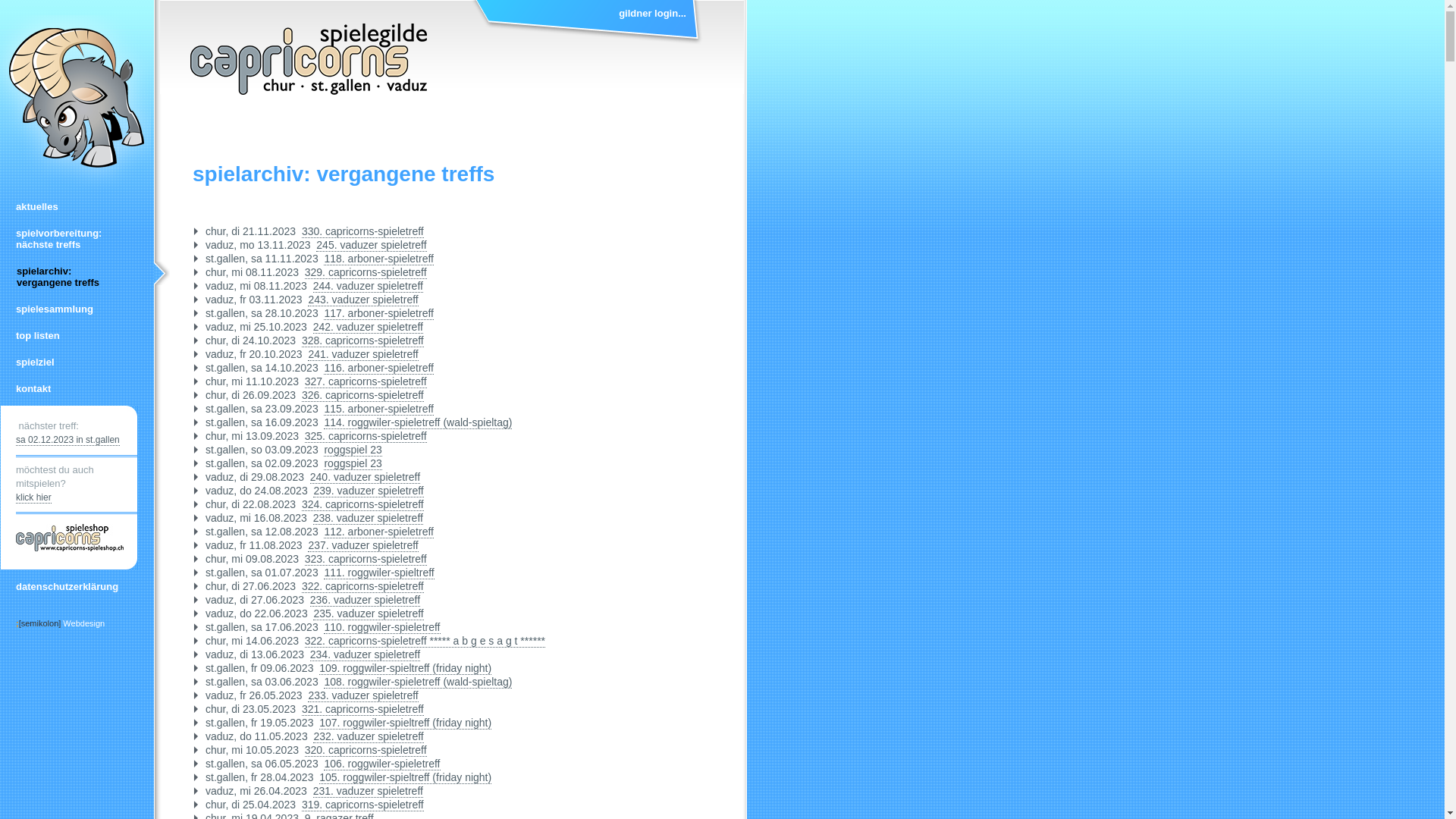  I want to click on '114. roggwiler-spieletreff (wald-spieltag)', so click(323, 422).